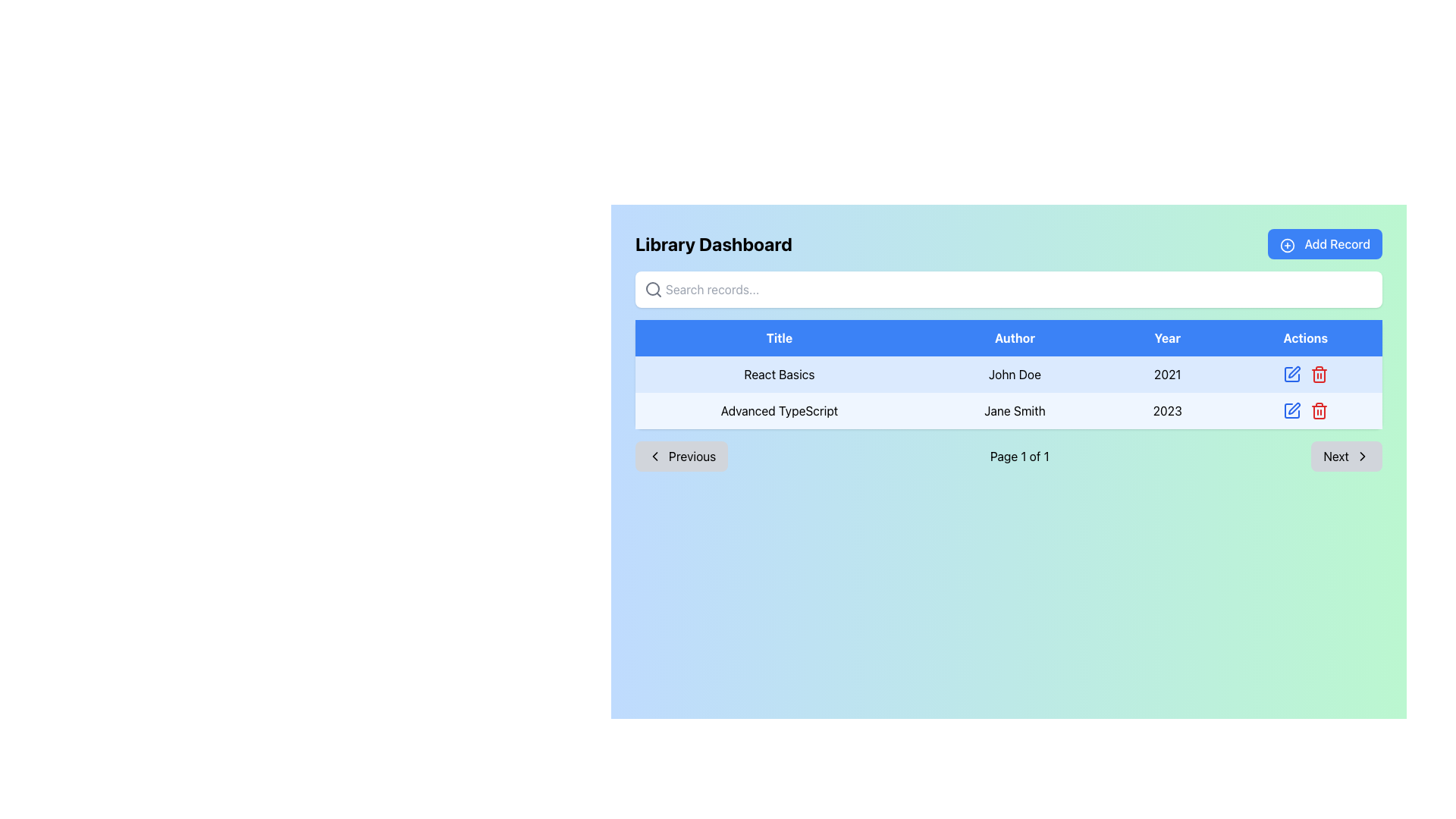 This screenshot has width=1456, height=819. What do you see at coordinates (1166, 374) in the screenshot?
I see `the text label displaying '2021' in the third column labeled 'Year' of the data table, corresponding to the 'React Basics' entry in the 'Title' column and the 'John Doe' entry in the 'Author' column` at bounding box center [1166, 374].